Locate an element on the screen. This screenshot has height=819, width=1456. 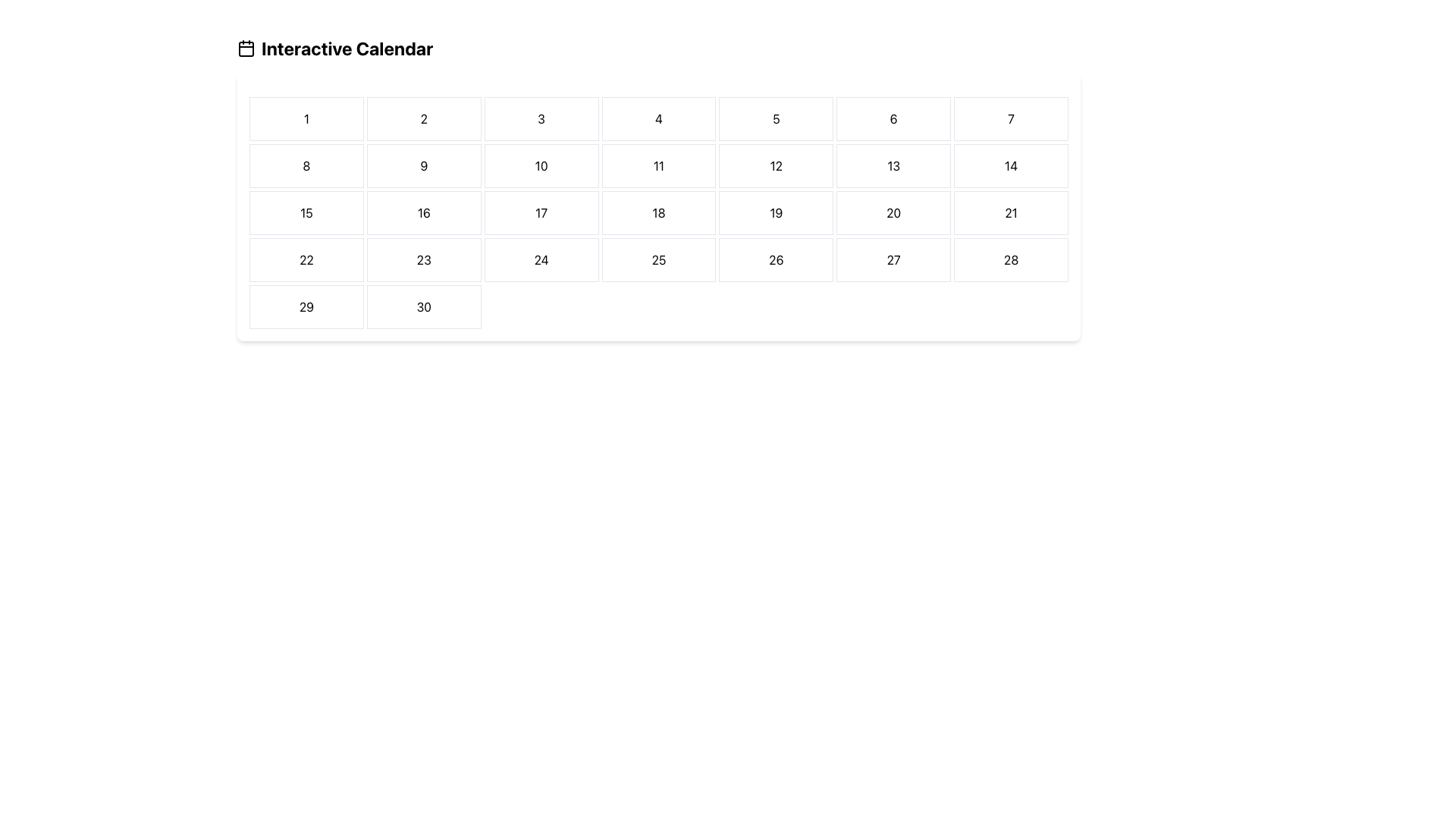
the clickable grid cell representing the number '13' is located at coordinates (893, 166).